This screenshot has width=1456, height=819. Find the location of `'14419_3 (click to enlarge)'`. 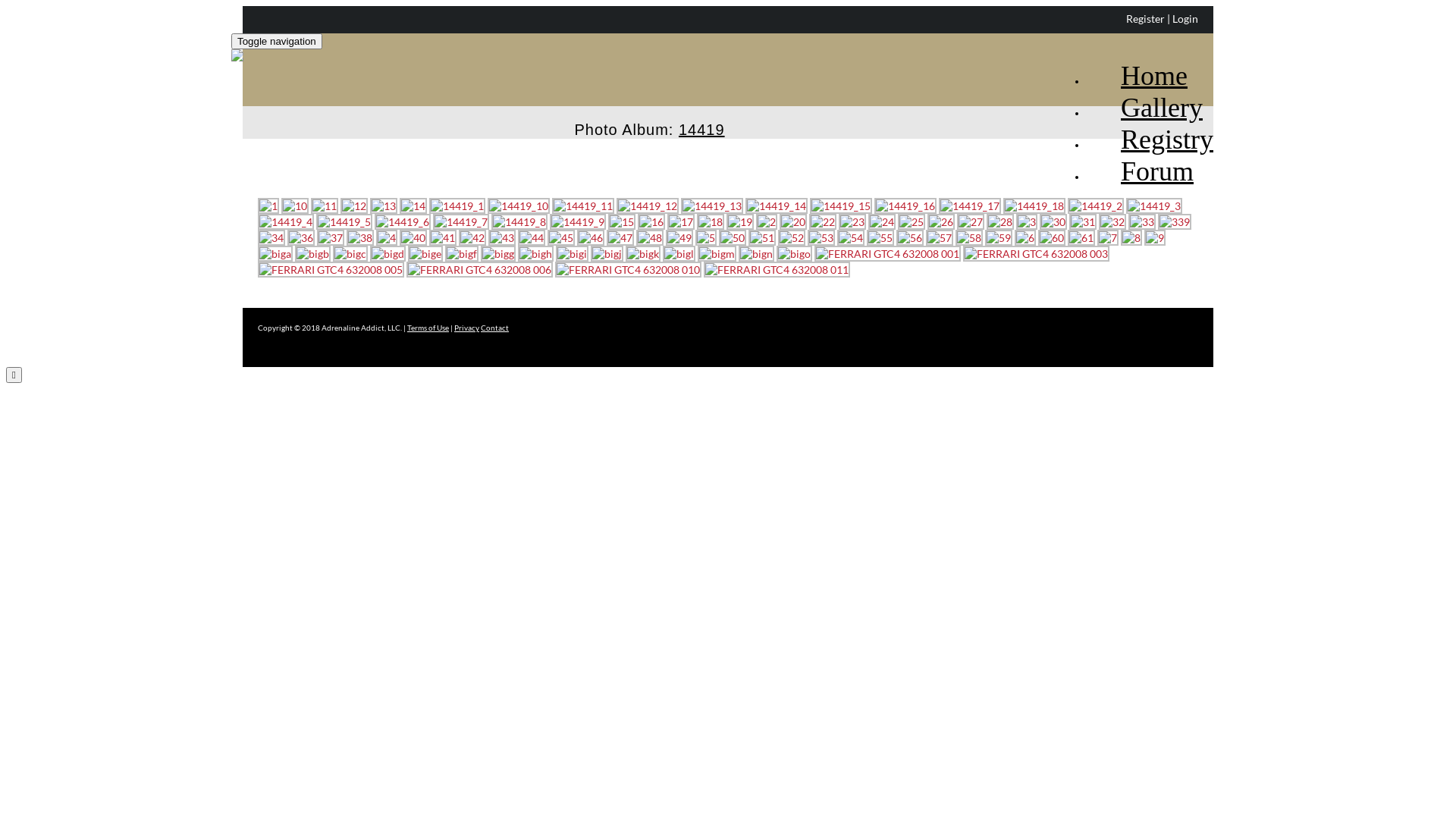

'14419_3 (click to enlarge)' is located at coordinates (1153, 206).